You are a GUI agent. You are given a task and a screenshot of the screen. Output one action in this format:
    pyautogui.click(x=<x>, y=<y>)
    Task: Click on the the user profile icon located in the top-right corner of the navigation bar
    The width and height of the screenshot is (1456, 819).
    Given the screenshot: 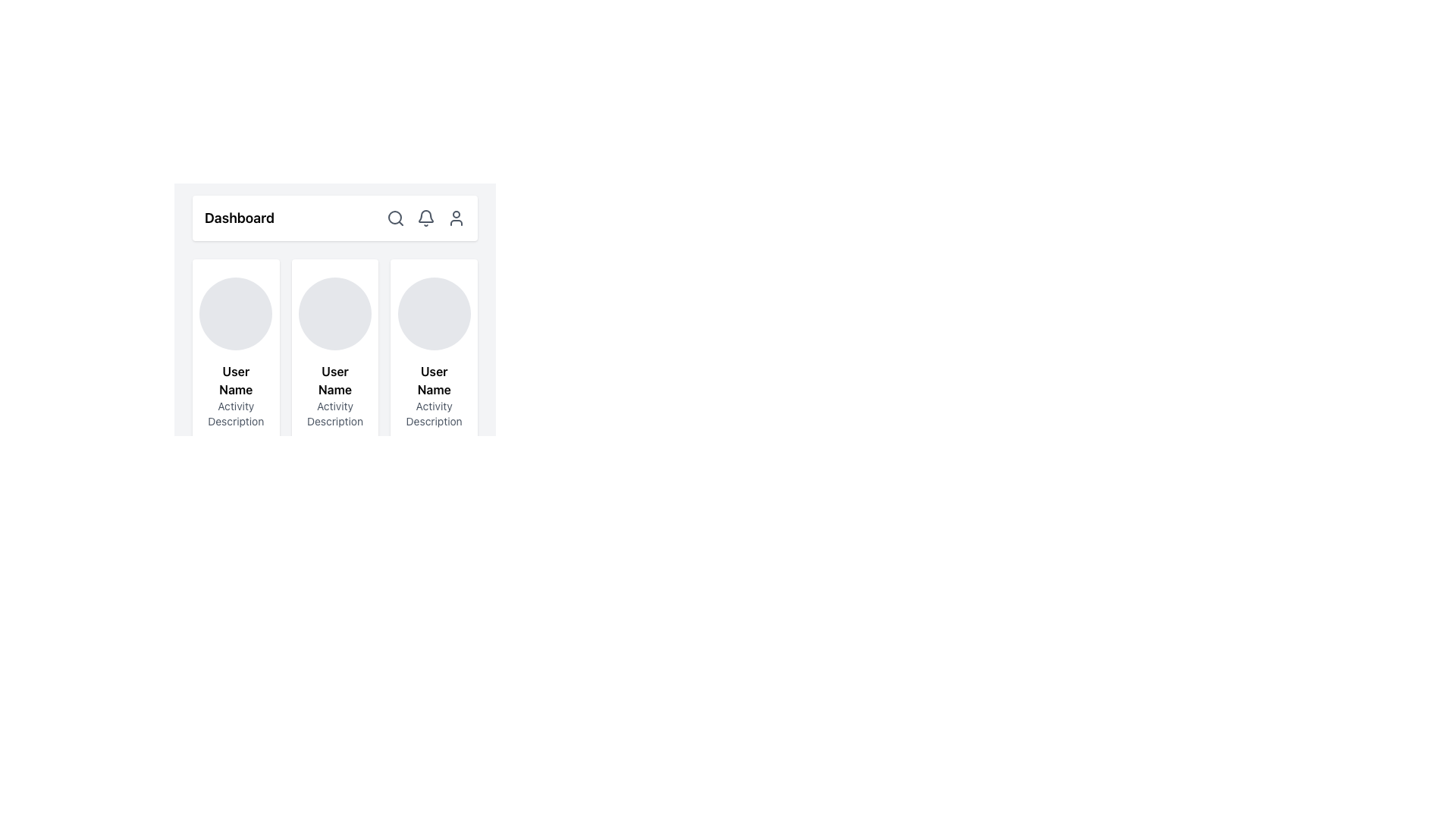 What is the action you would take?
    pyautogui.click(x=455, y=218)
    